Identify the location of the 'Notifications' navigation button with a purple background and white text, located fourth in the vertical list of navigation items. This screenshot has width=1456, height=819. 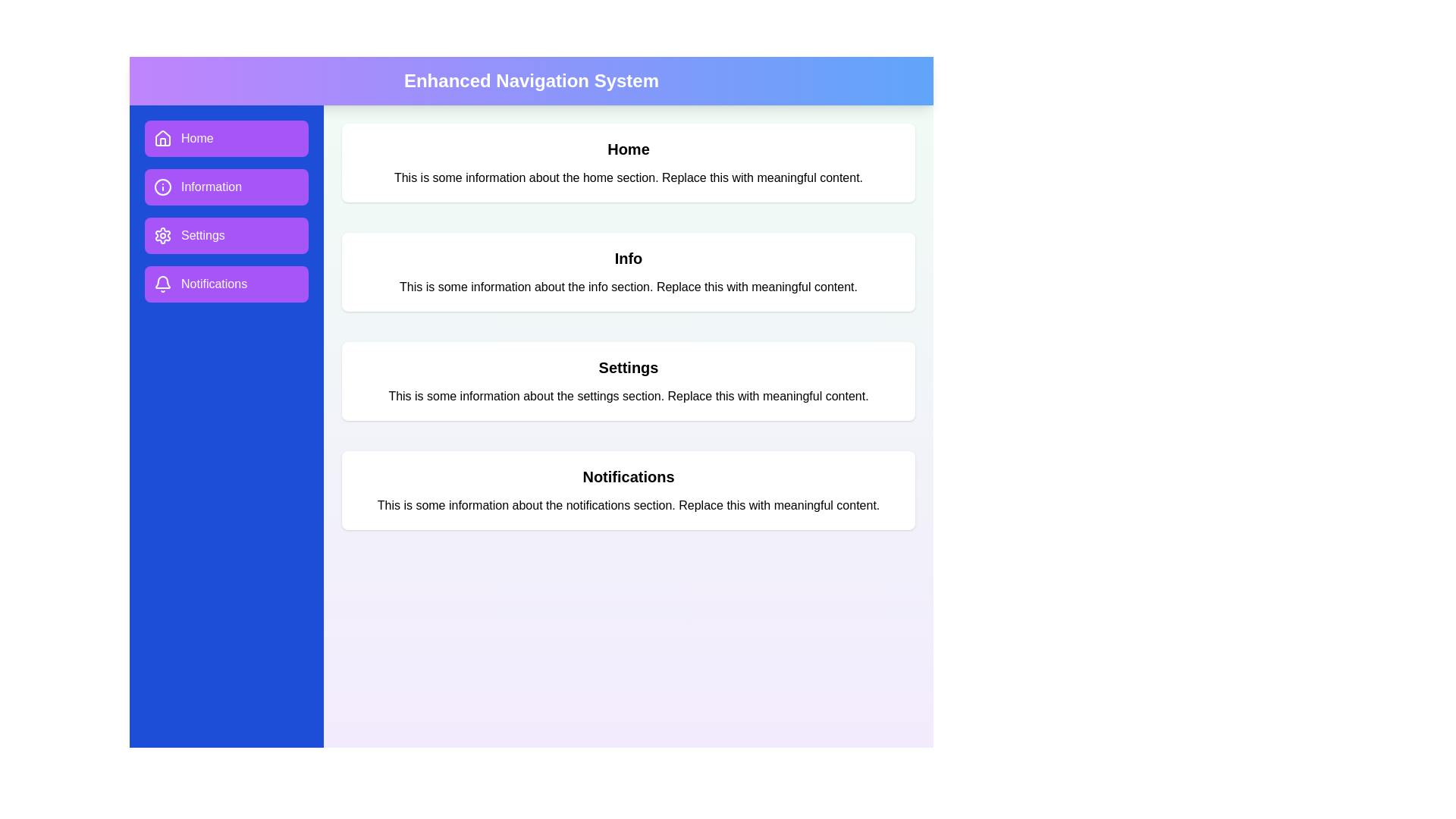
(225, 284).